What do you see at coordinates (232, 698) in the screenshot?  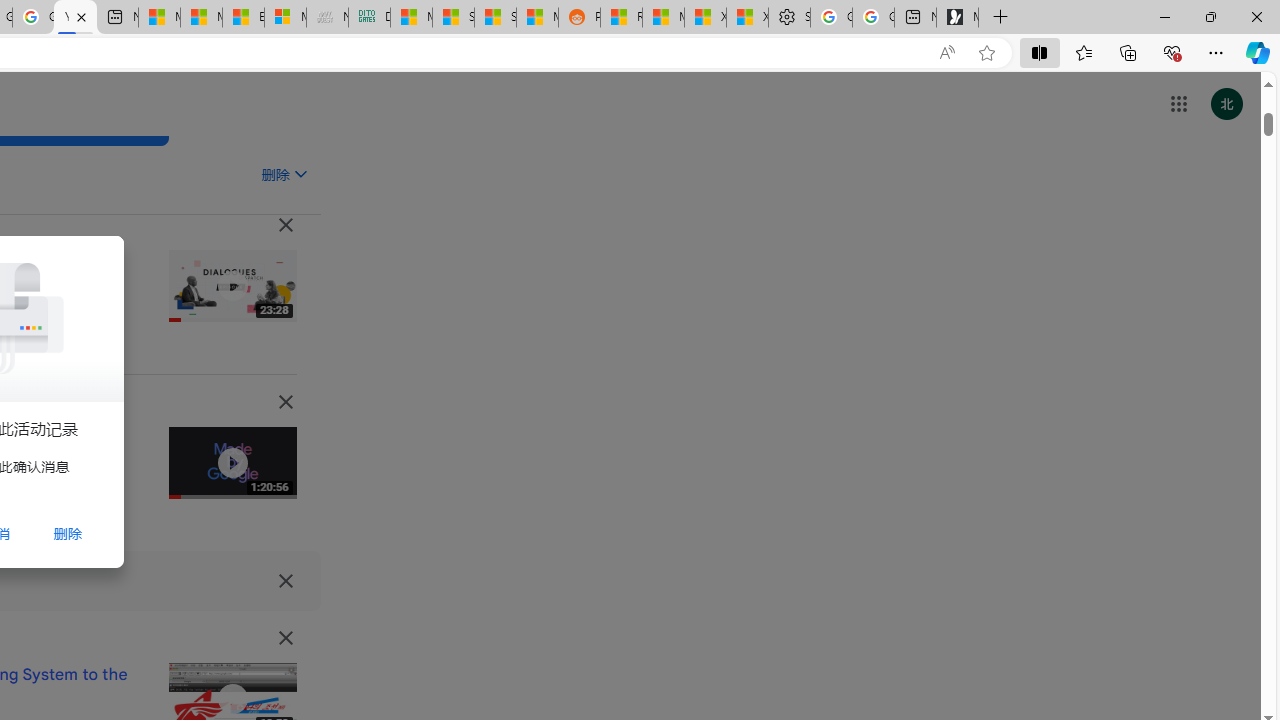 I see `'Class: IVR0f NMm5M'` at bounding box center [232, 698].